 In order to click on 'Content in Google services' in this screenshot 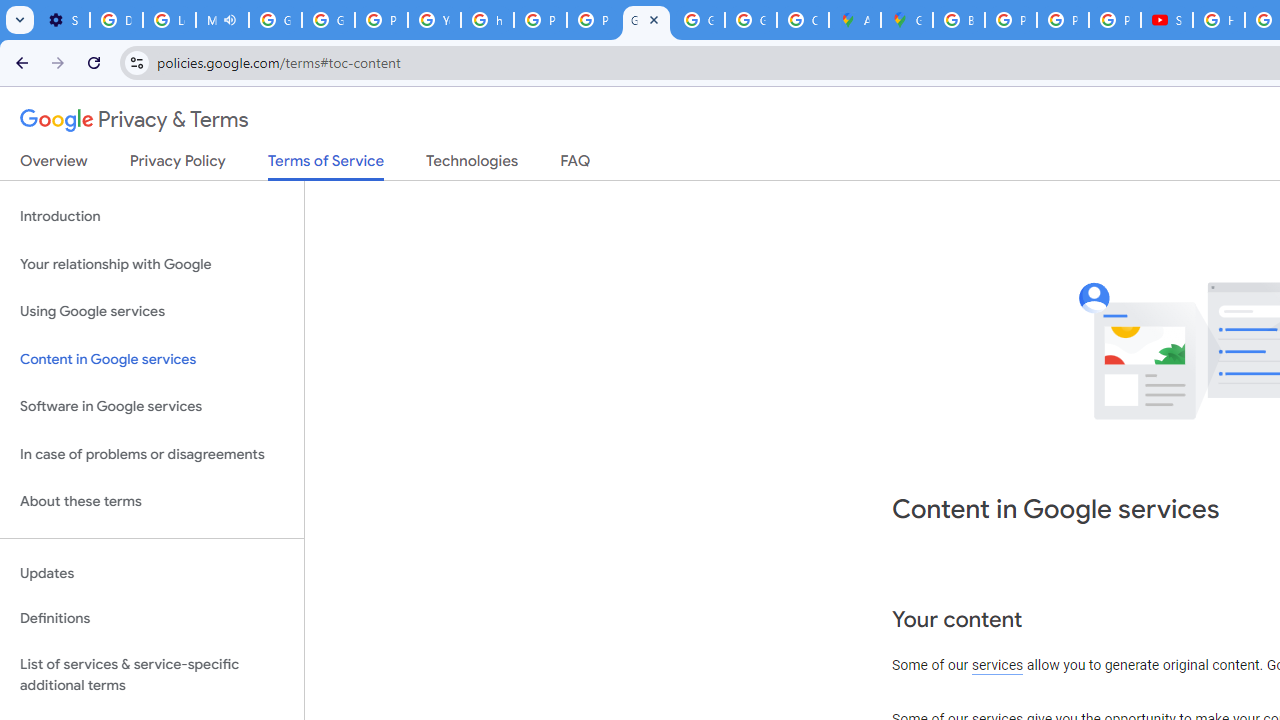, I will do `click(151, 358)`.